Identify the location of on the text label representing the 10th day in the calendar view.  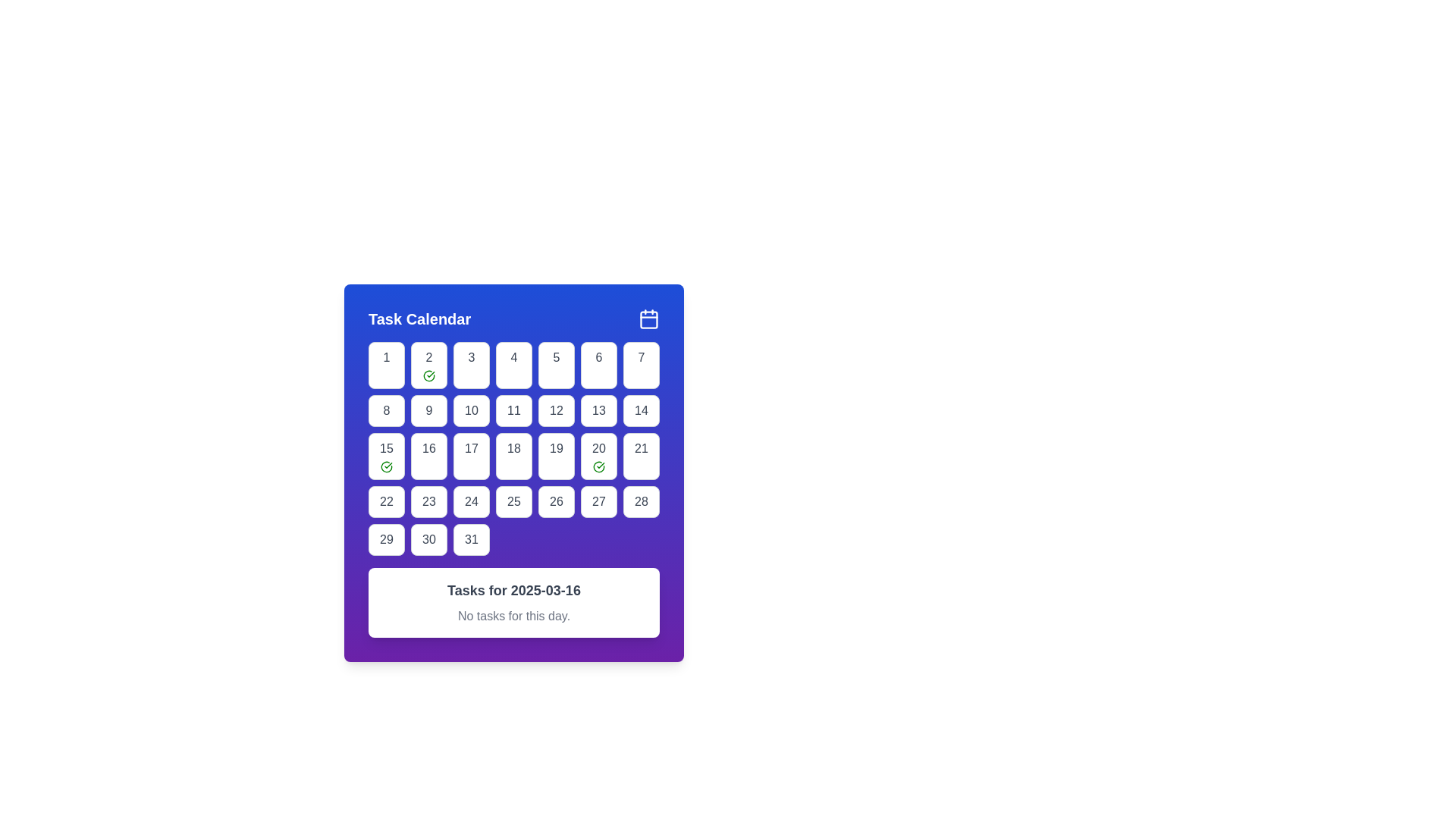
(471, 411).